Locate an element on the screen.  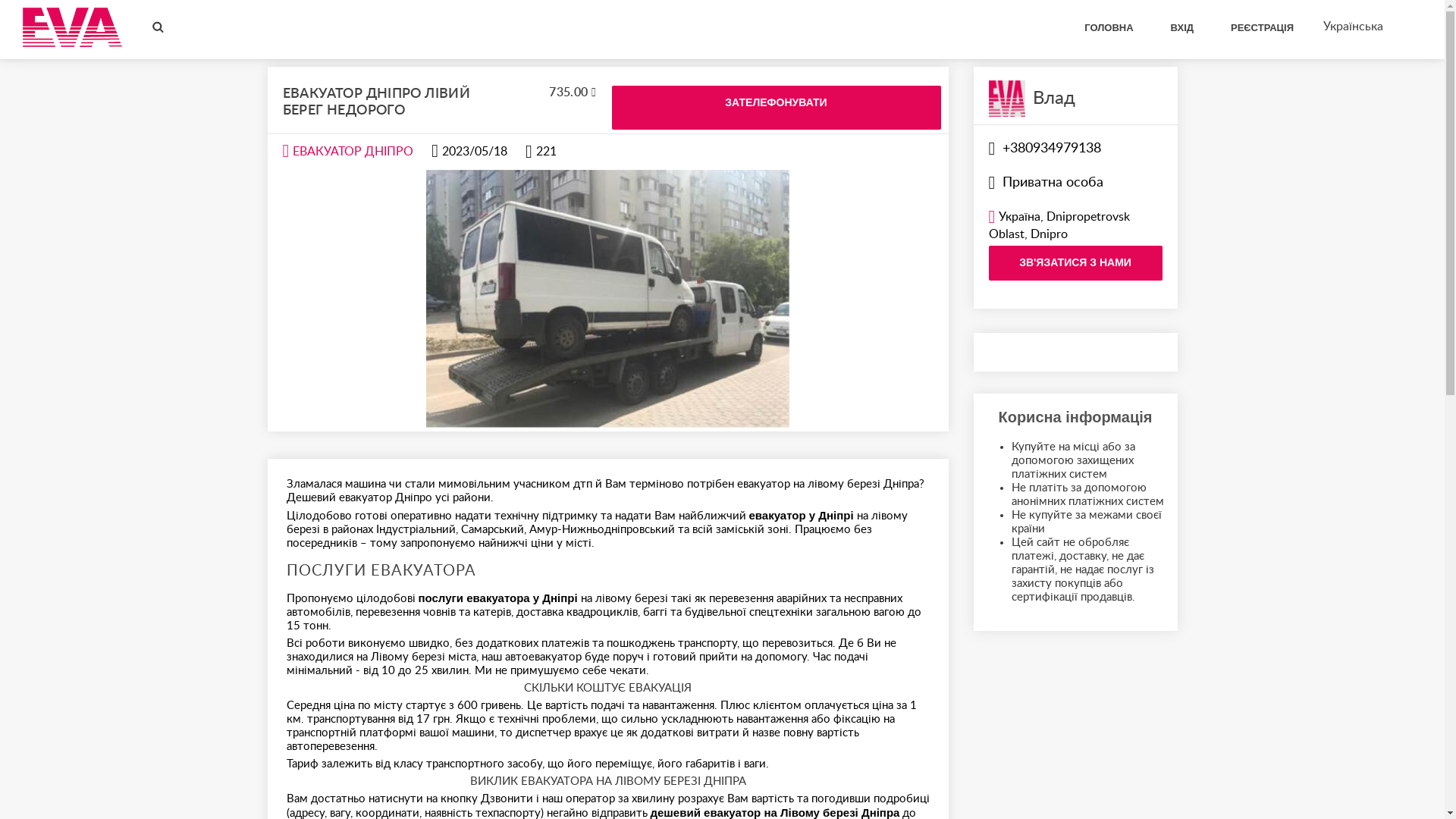
'eva' is located at coordinates (71, 27).